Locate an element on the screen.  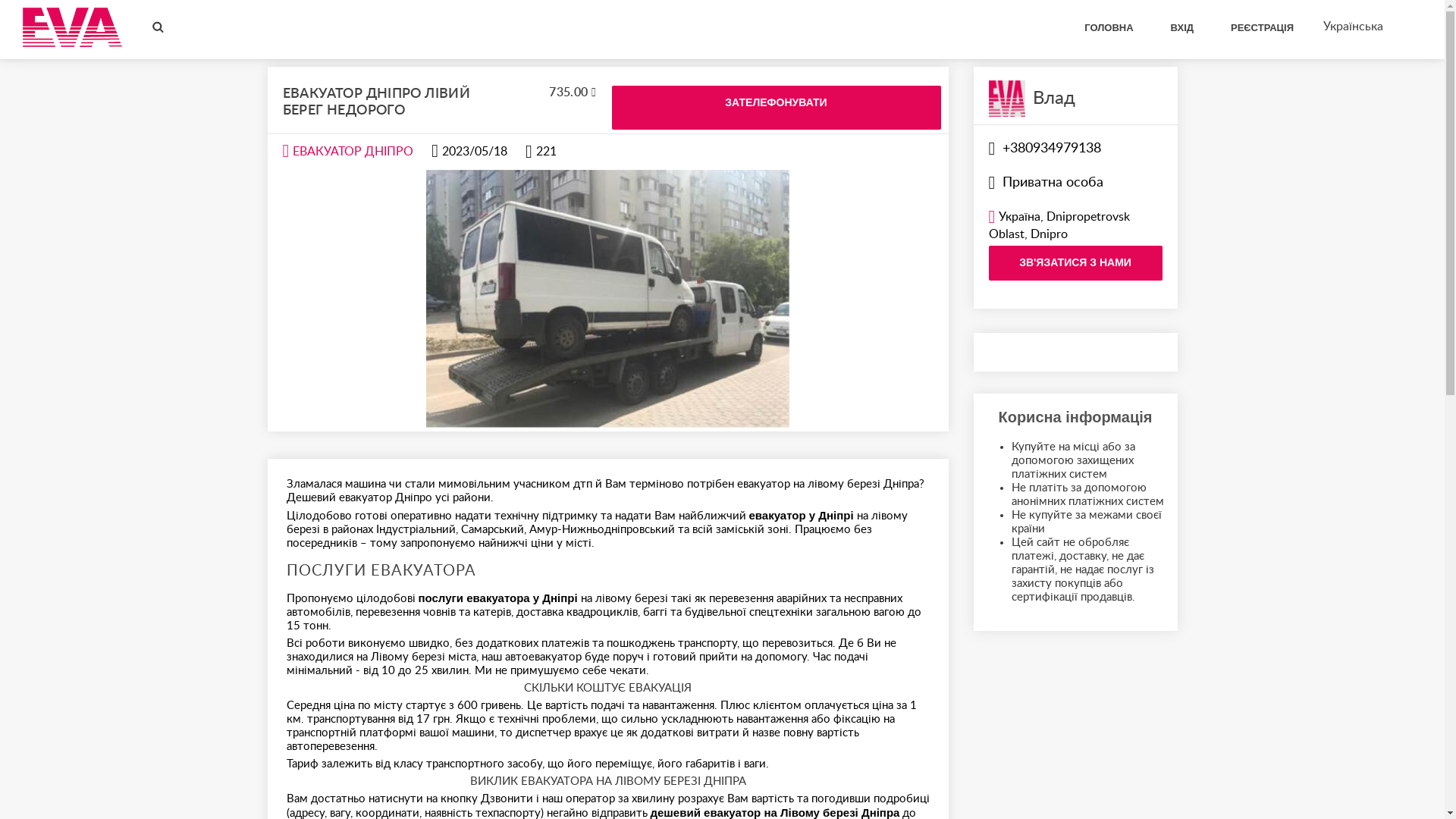
'eva' is located at coordinates (71, 27).